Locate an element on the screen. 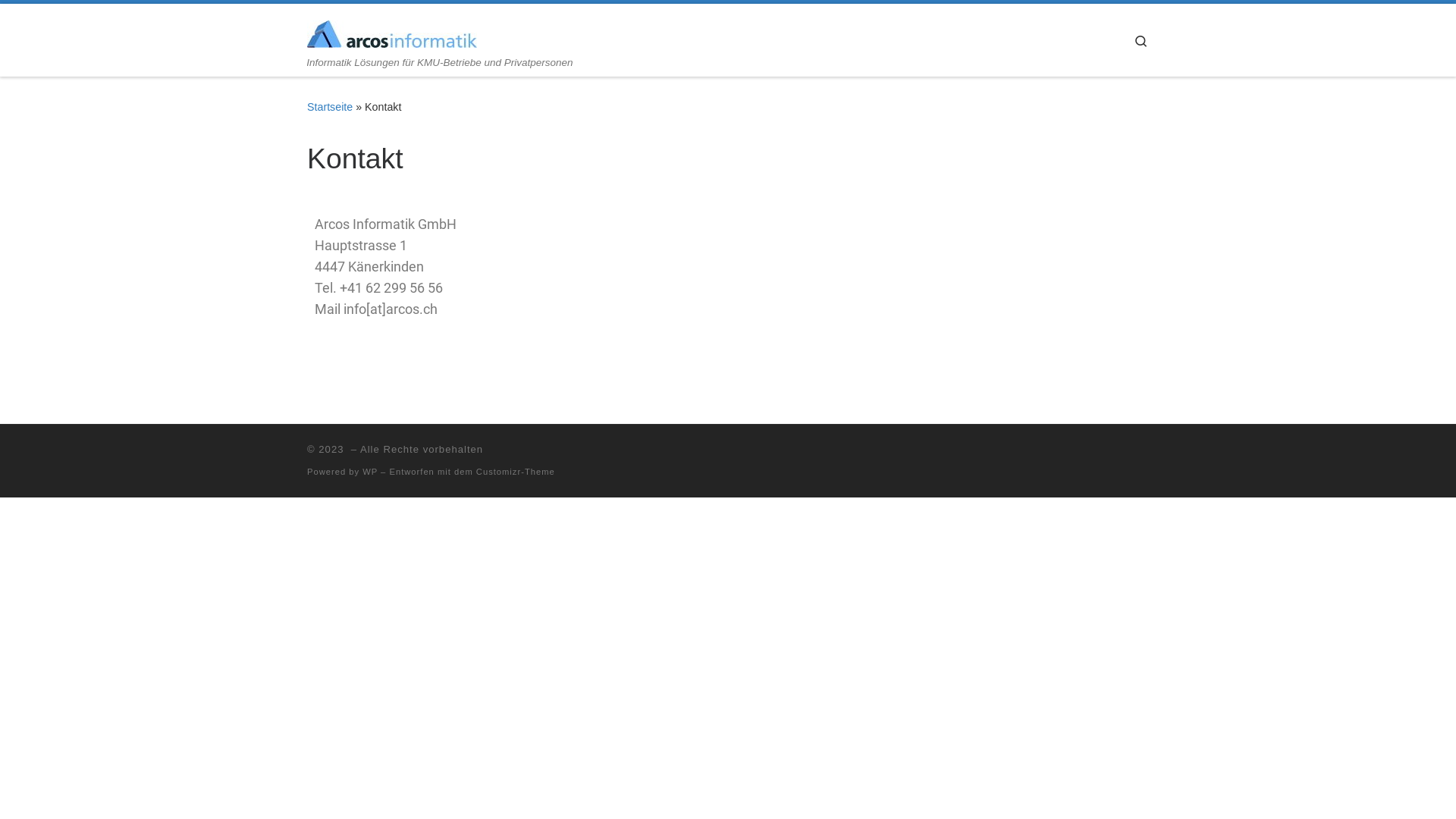 The height and width of the screenshot is (819, 1456). 'Search' is located at coordinates (1121, 39).